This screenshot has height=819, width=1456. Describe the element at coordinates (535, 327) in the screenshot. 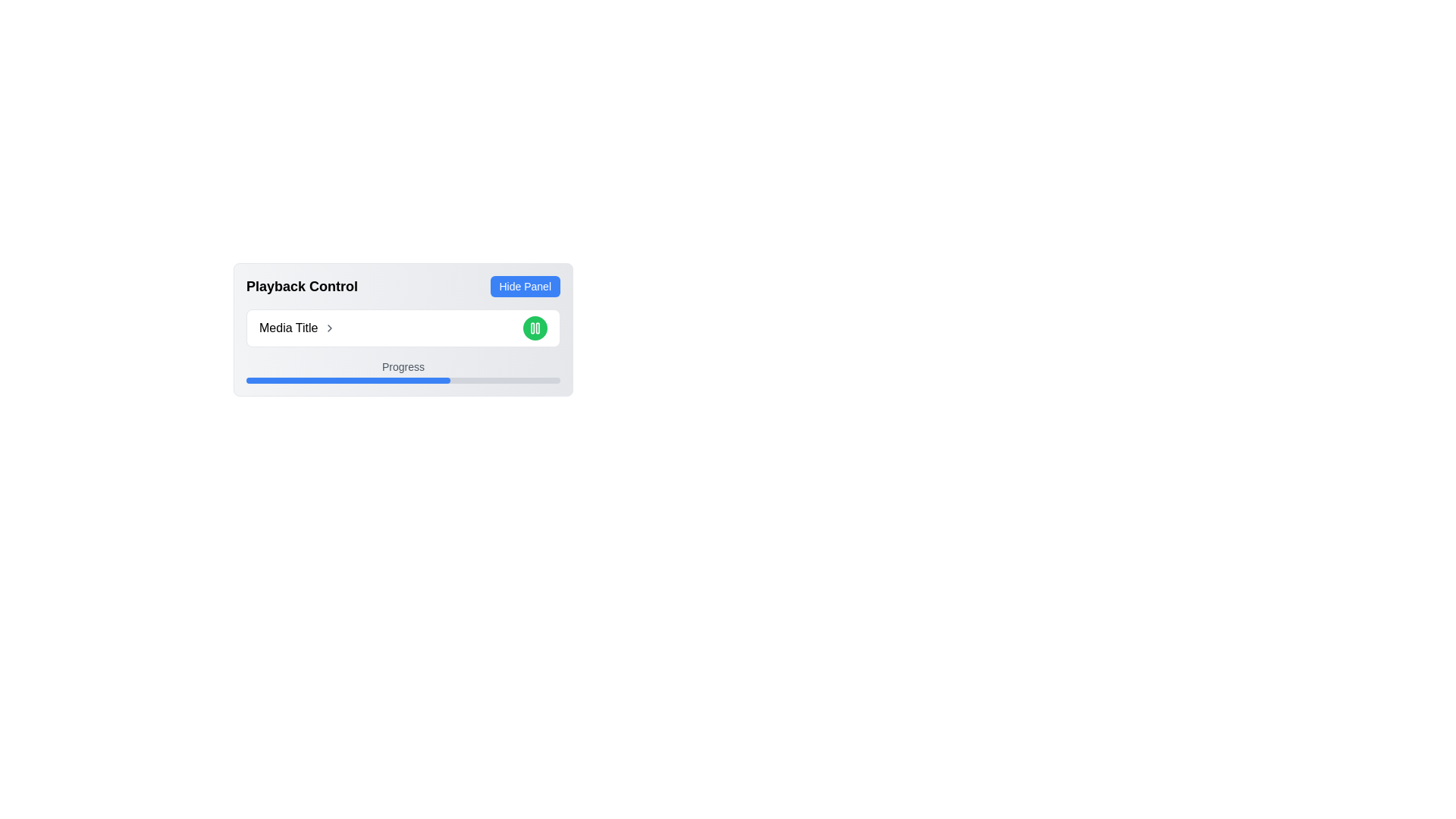

I see `the circular green button with a white pause icon located to the right of the text 'Media Title >'` at that location.